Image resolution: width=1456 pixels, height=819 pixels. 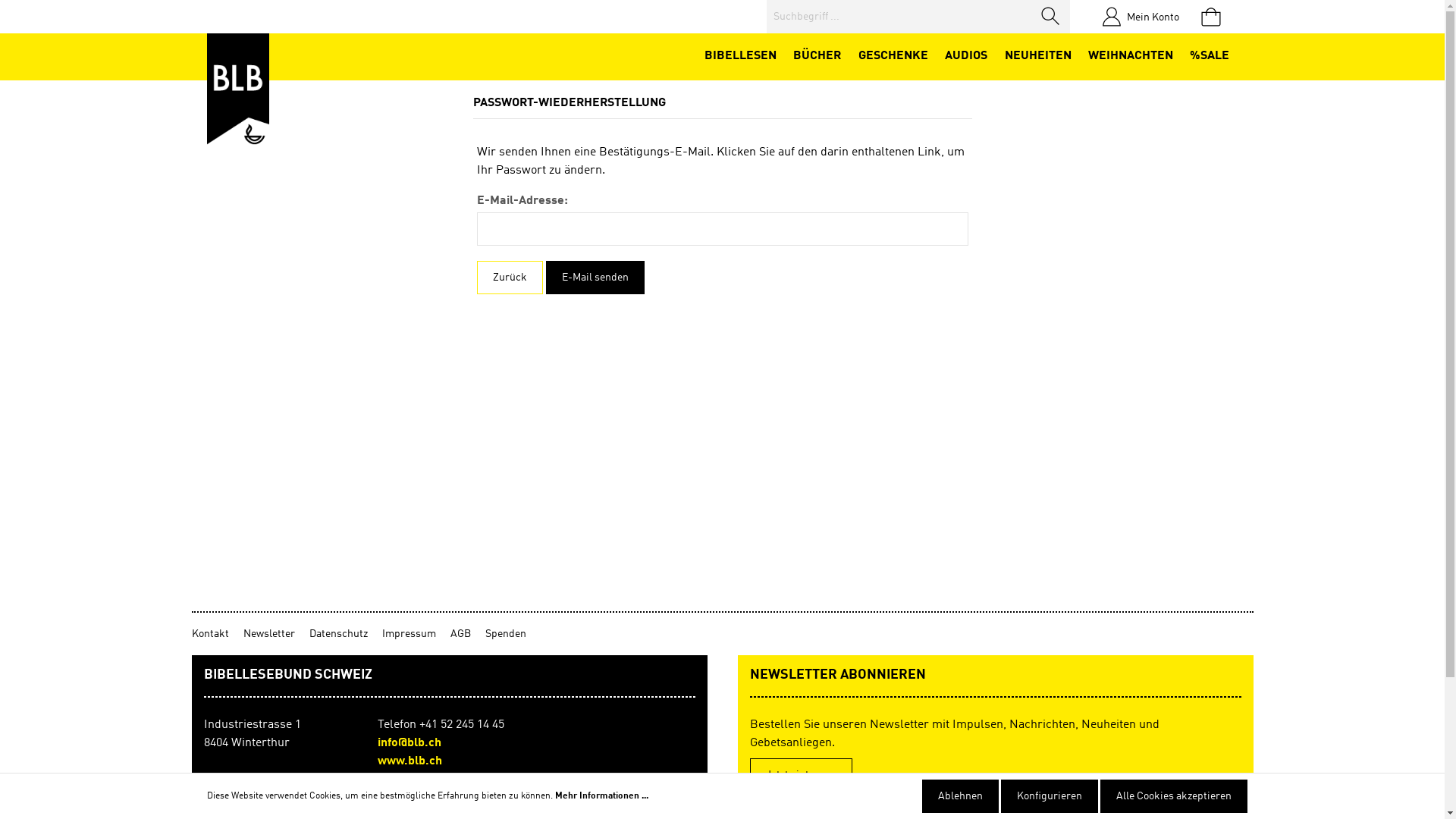 What do you see at coordinates (467, 634) in the screenshot?
I see `'AGB'` at bounding box center [467, 634].